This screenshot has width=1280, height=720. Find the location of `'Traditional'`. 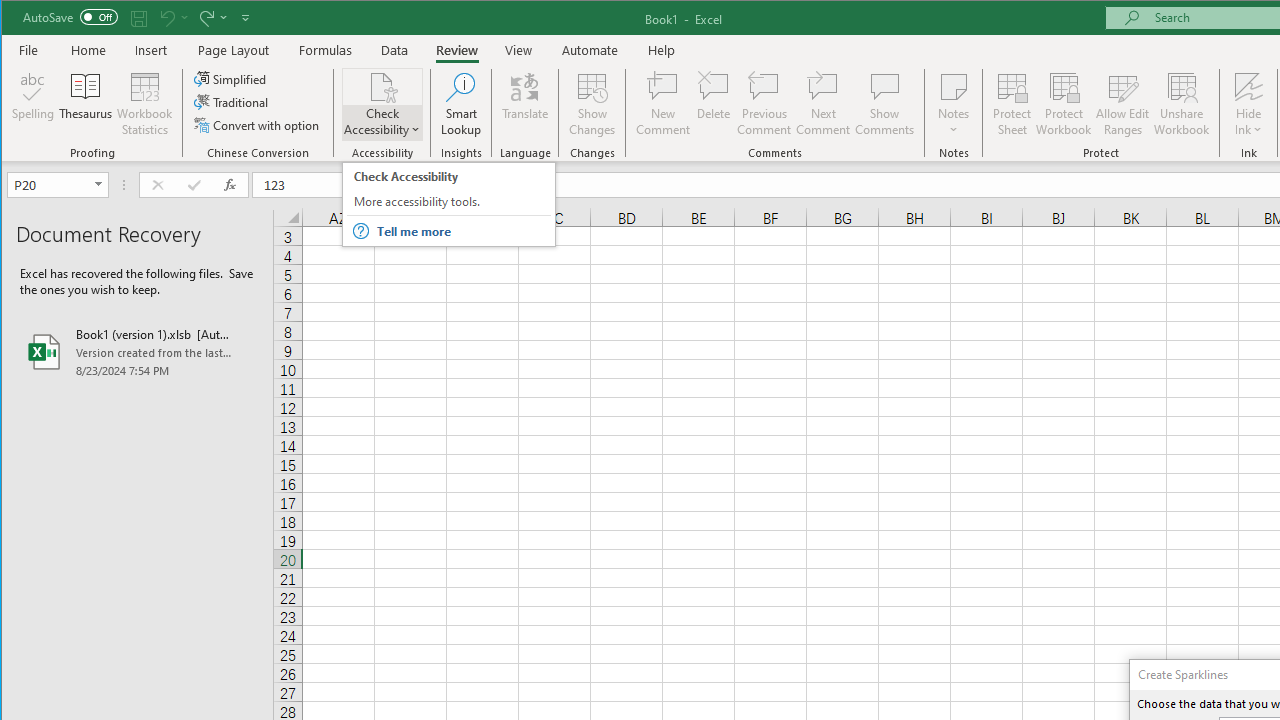

'Traditional' is located at coordinates (232, 102).